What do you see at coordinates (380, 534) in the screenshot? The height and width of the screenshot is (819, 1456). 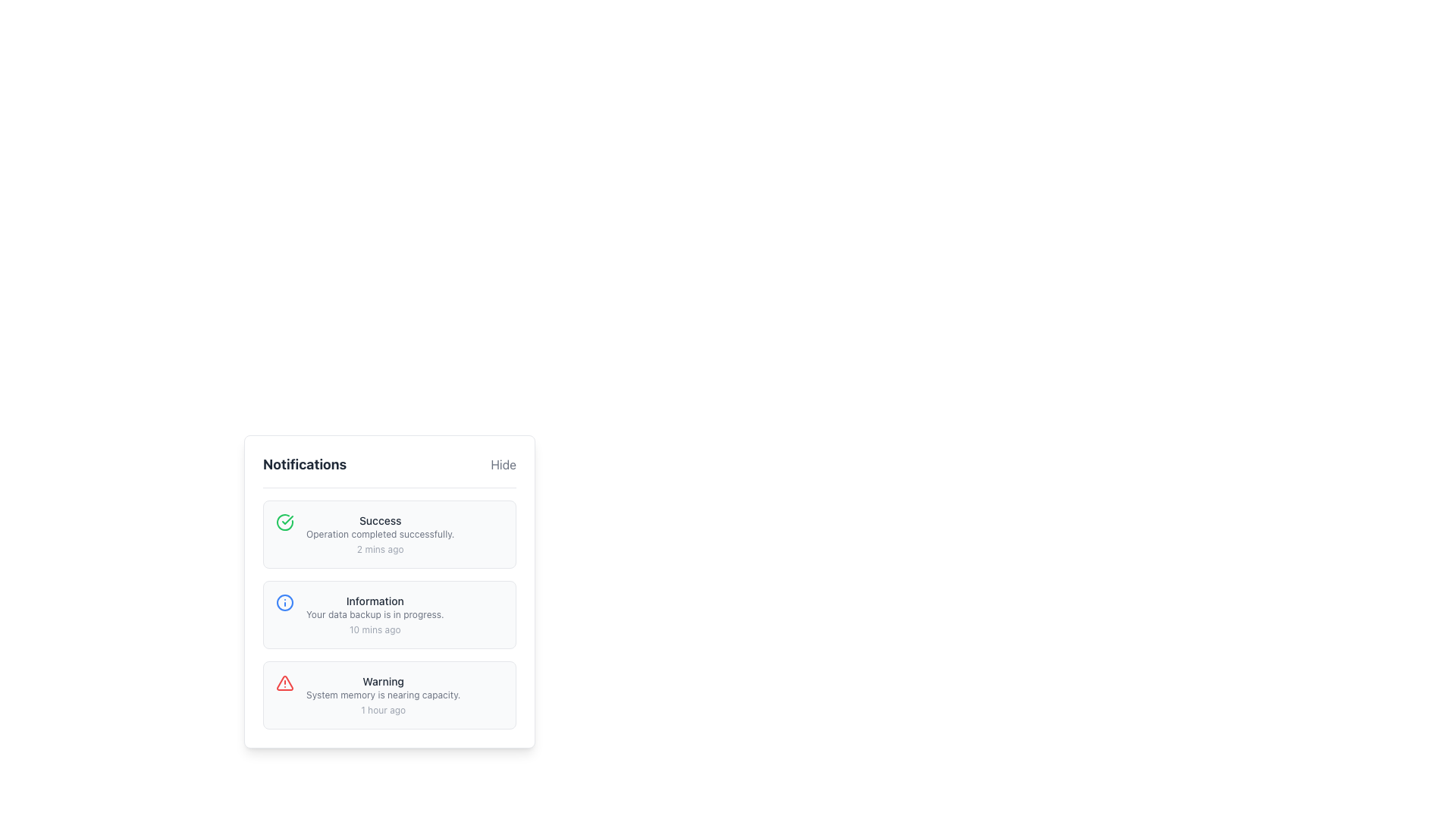 I see `the text label that reads 'Operation completed successfully.' which is styled in small gray font and is part of a notification panel` at bounding box center [380, 534].